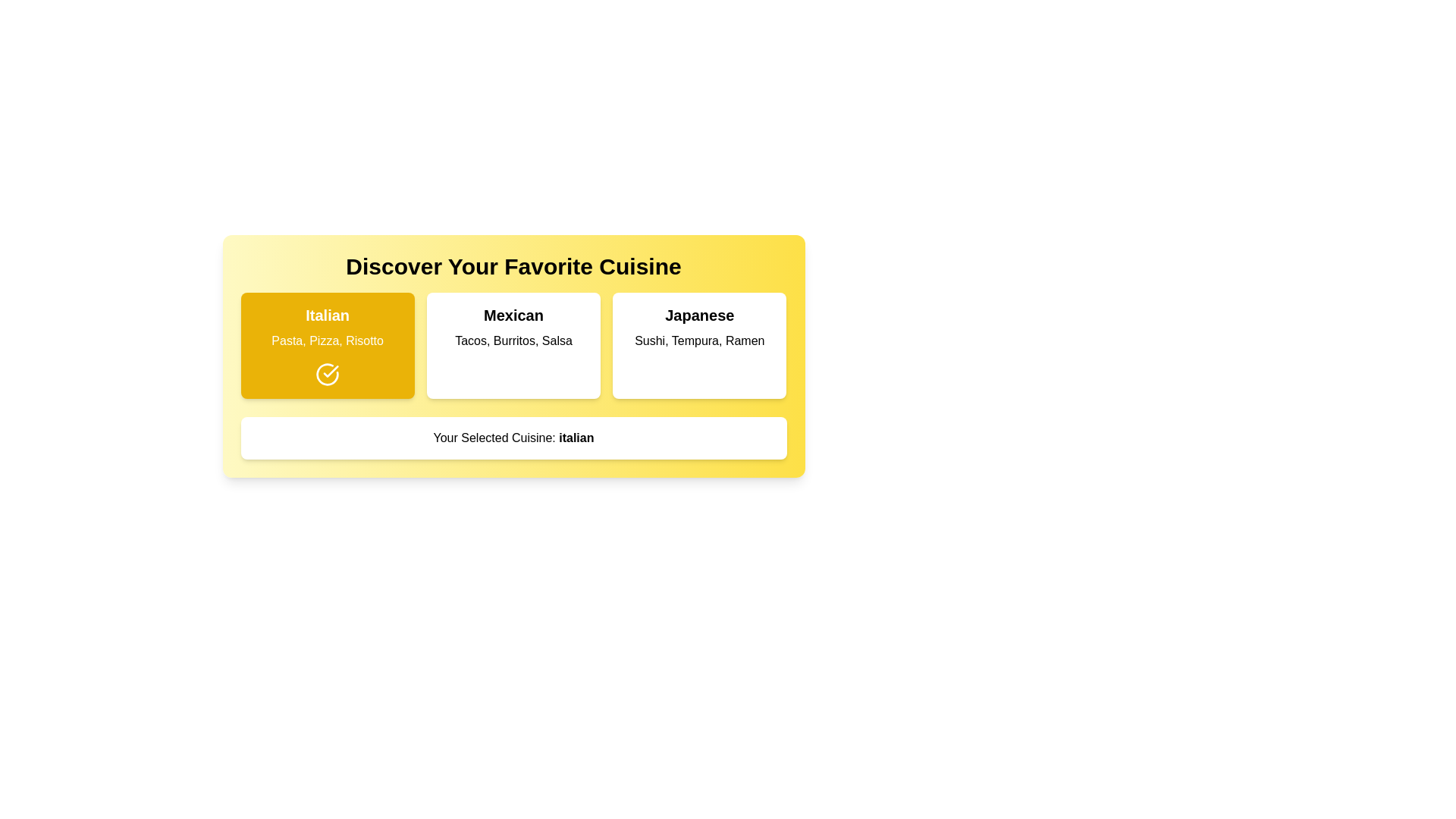  I want to click on the emphasized text element displaying 'Your Selected Cuisine: italian', which is located in the lower section of the interface, so click(576, 438).